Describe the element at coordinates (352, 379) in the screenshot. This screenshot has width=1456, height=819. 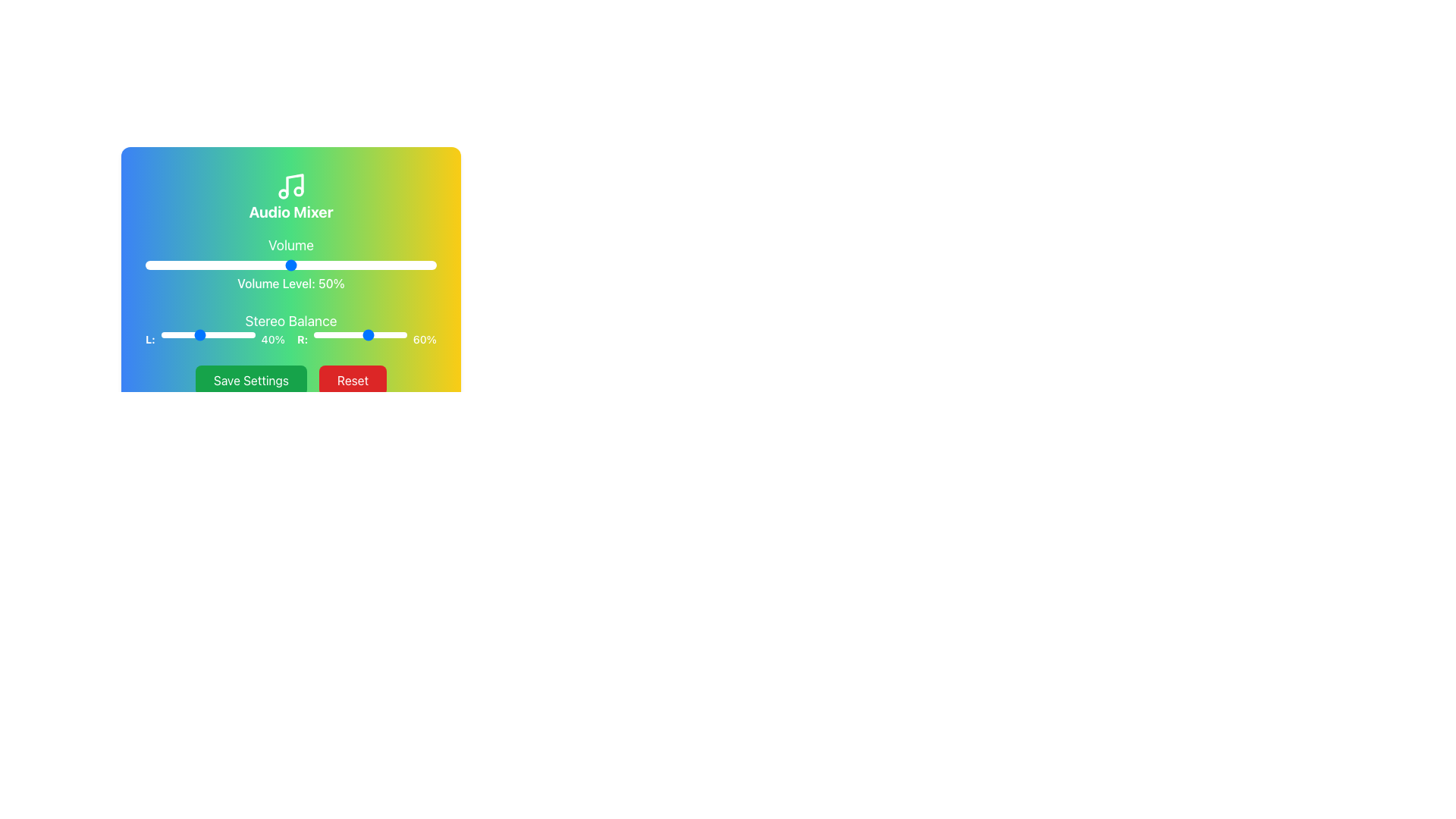
I see `the 'Reset' button, which has a red background and rounded edges, located at the bottom-right corner of the main interface` at that location.